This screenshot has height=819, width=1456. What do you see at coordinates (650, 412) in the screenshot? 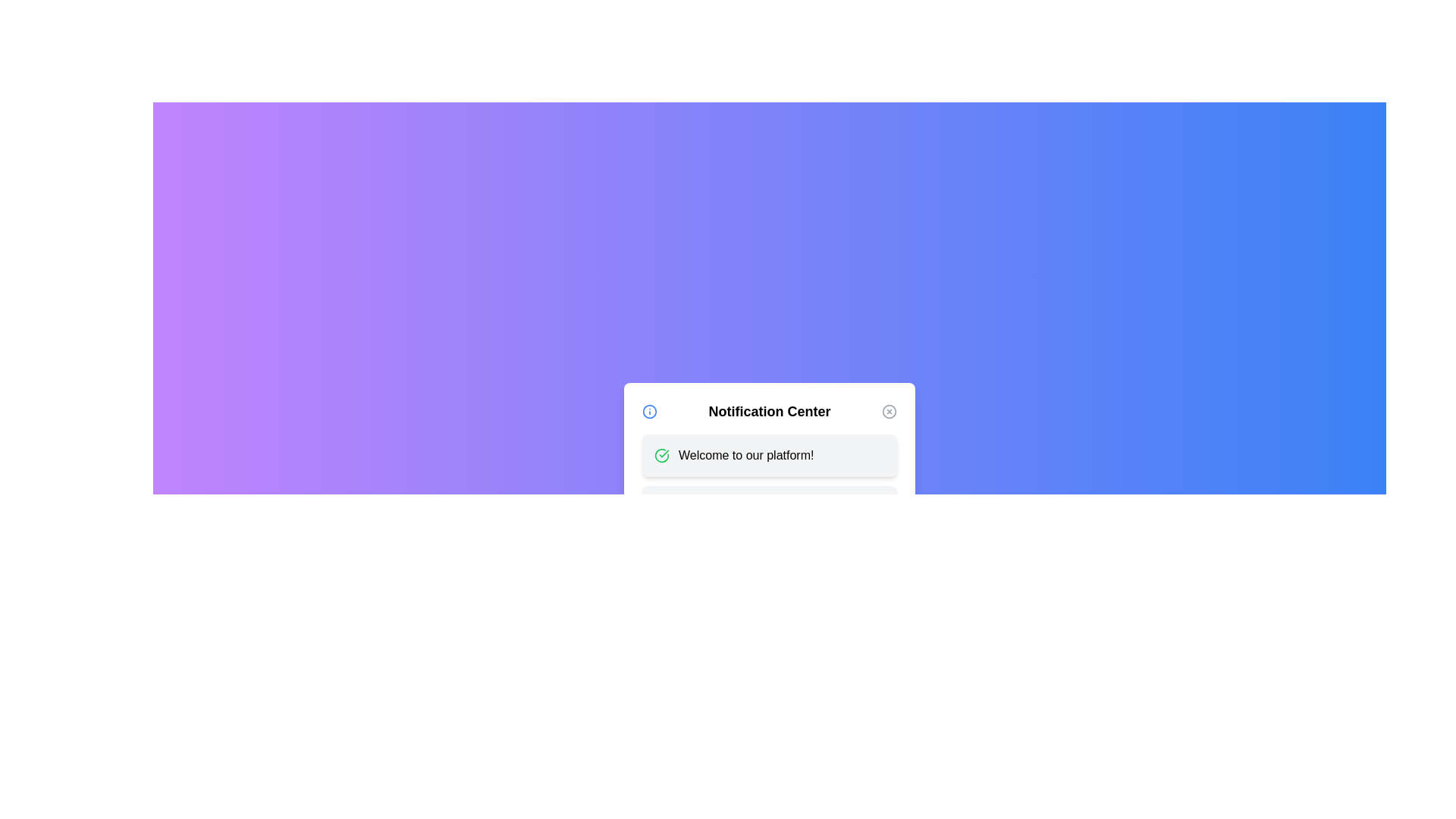
I see `the informational icon located to the left of the 'Notification Center' text in the header section, which serves as a visual cue for users` at bounding box center [650, 412].